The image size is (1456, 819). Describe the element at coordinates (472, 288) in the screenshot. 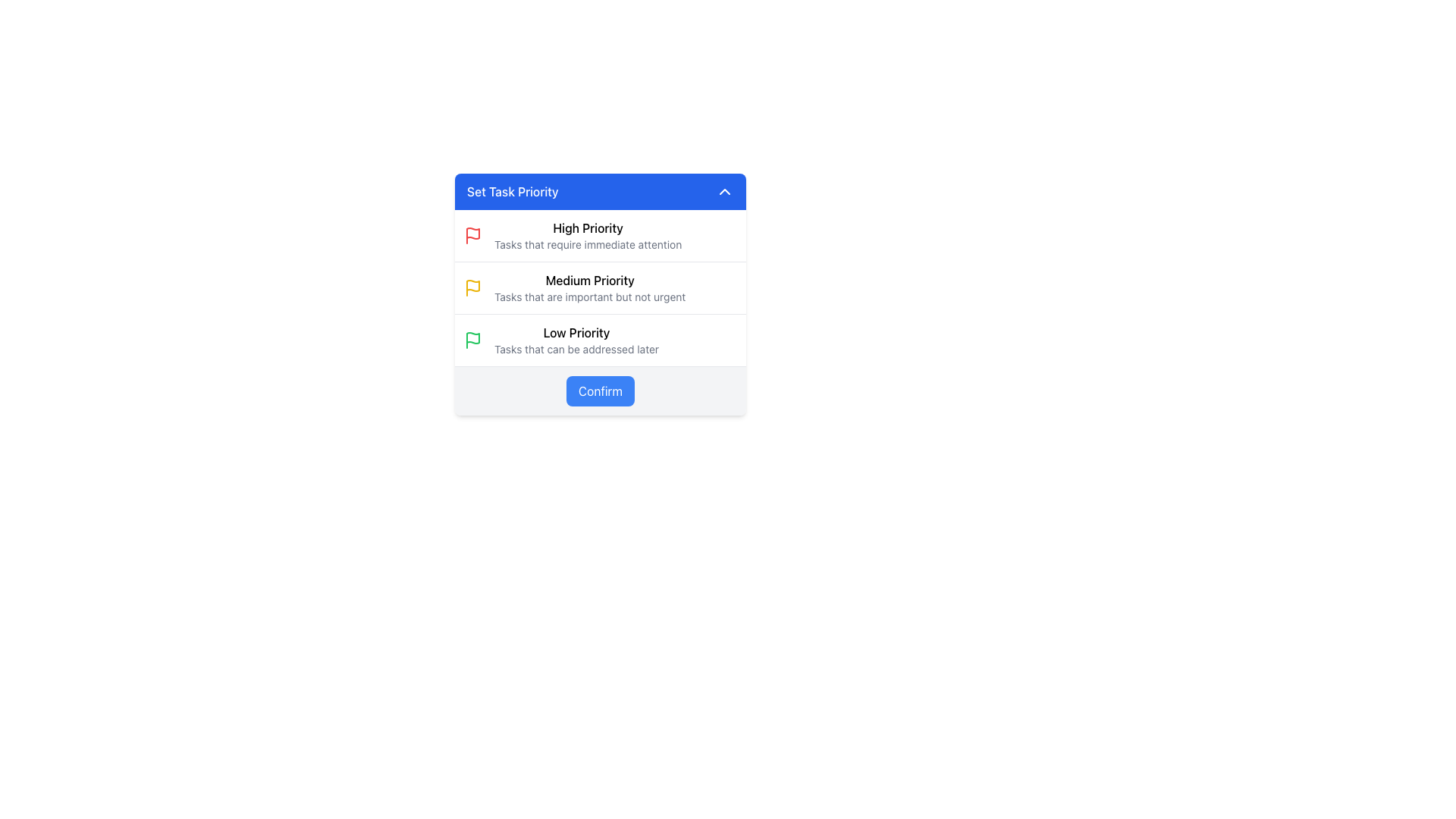

I see `the medium-priority status icon, which is the first element in the 'Medium Priority' entry, located to the left of the text 'Medium Priority'` at that location.